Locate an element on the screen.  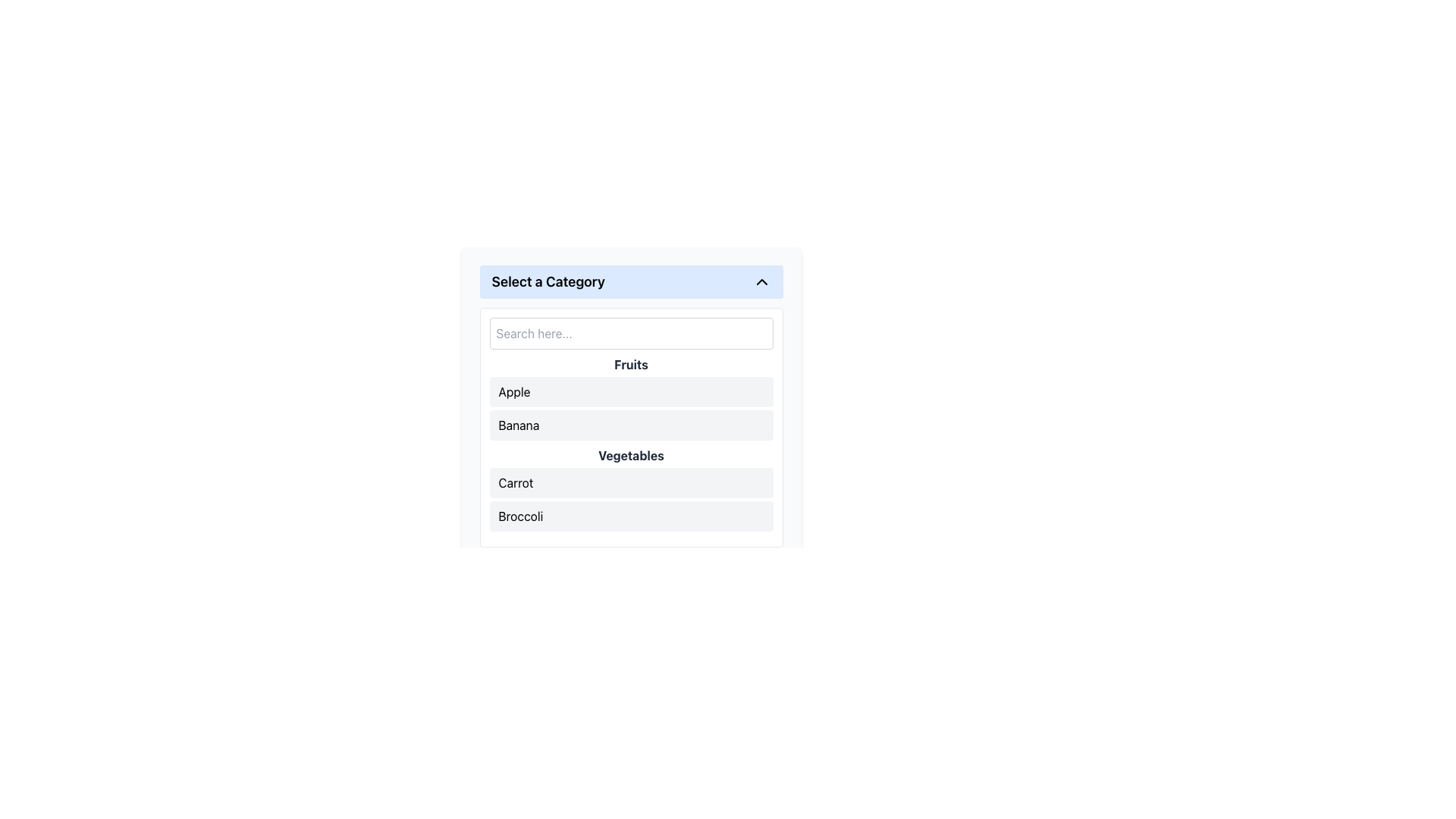
the 'Fruits' category section which contains the items 'Apple' and 'Banana' in a vertical list format is located at coordinates (631, 397).